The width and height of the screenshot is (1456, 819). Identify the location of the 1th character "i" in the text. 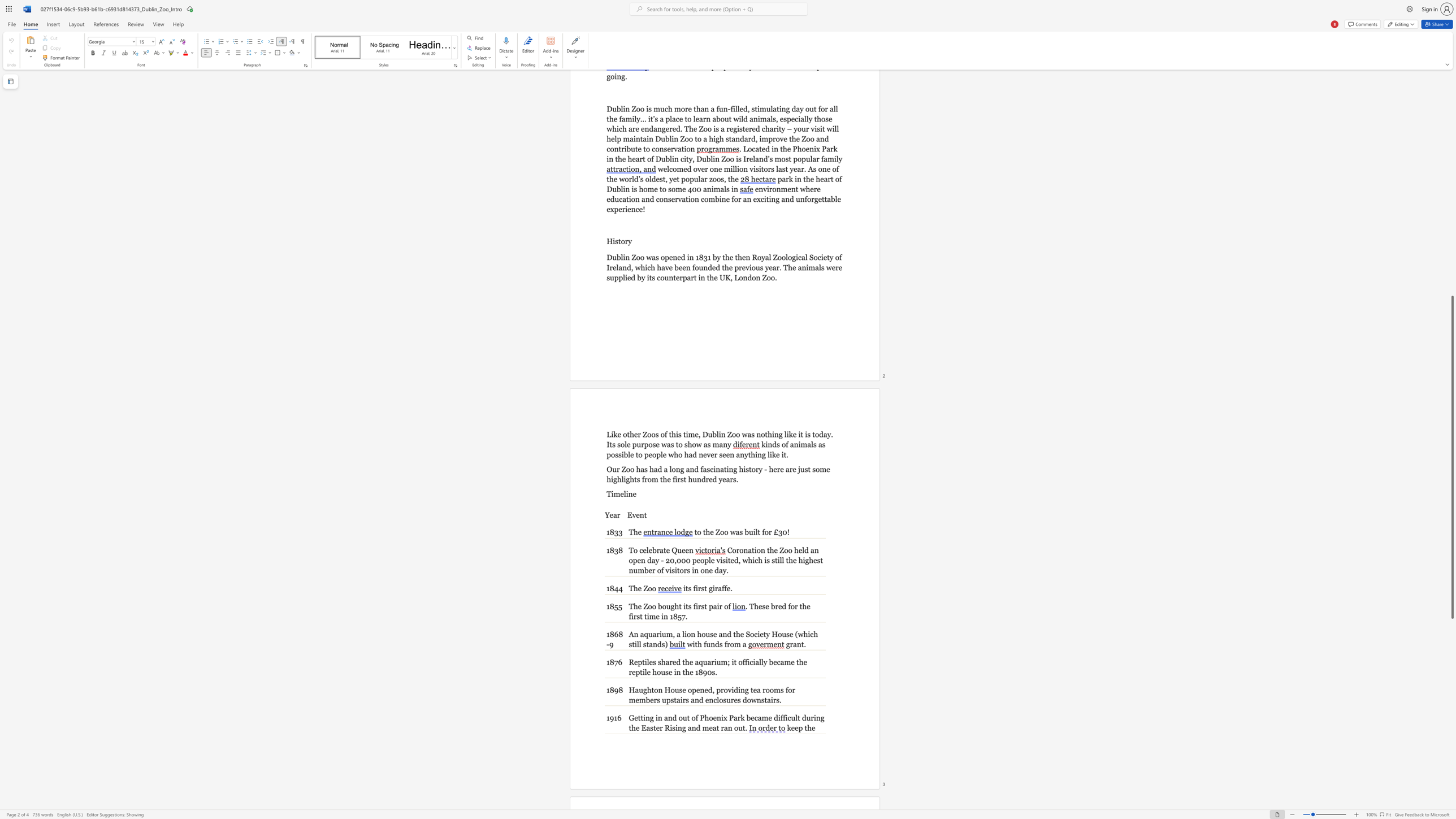
(694, 643).